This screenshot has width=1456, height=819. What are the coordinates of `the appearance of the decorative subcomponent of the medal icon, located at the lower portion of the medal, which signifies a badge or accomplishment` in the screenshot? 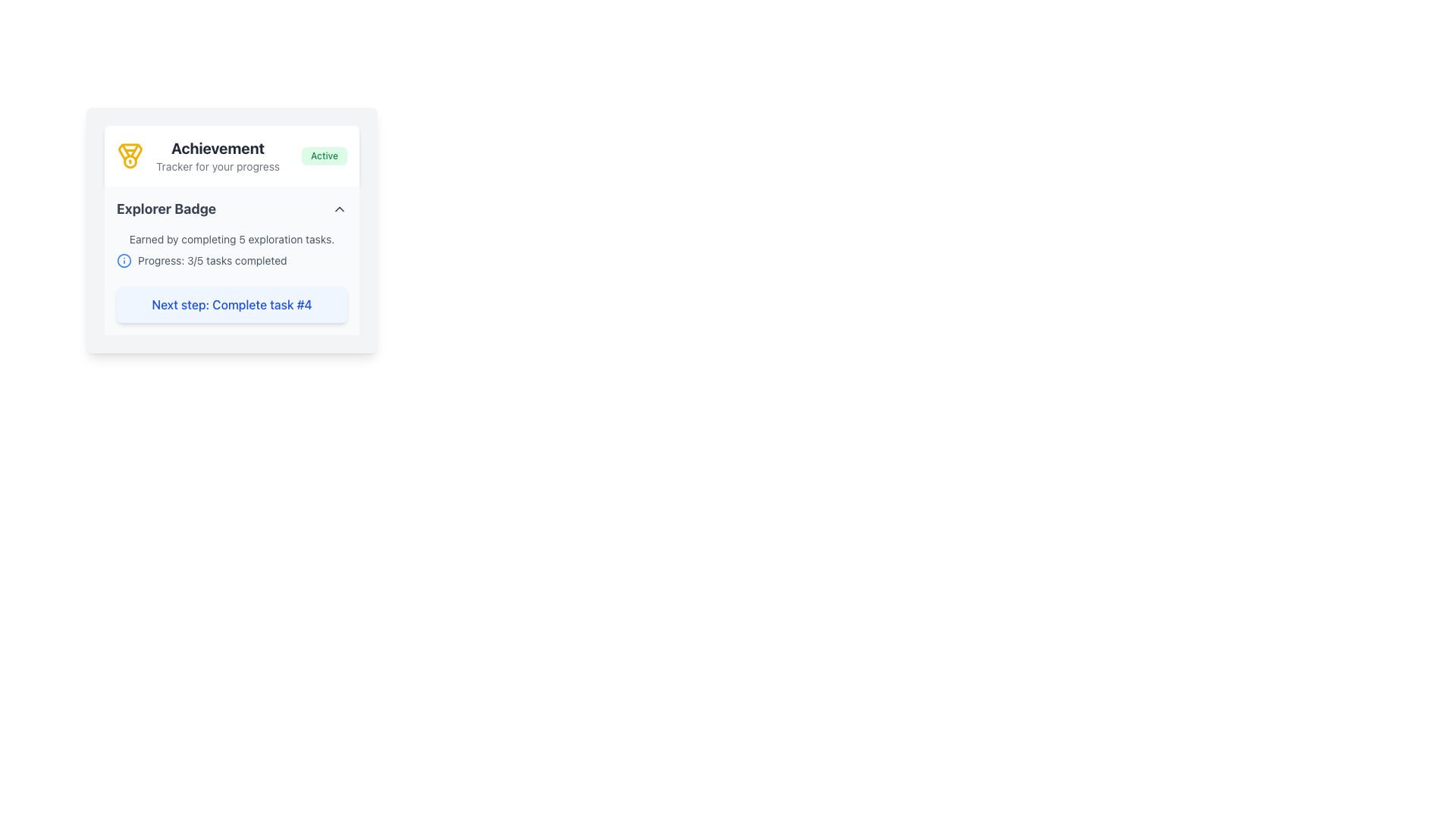 It's located at (130, 152).